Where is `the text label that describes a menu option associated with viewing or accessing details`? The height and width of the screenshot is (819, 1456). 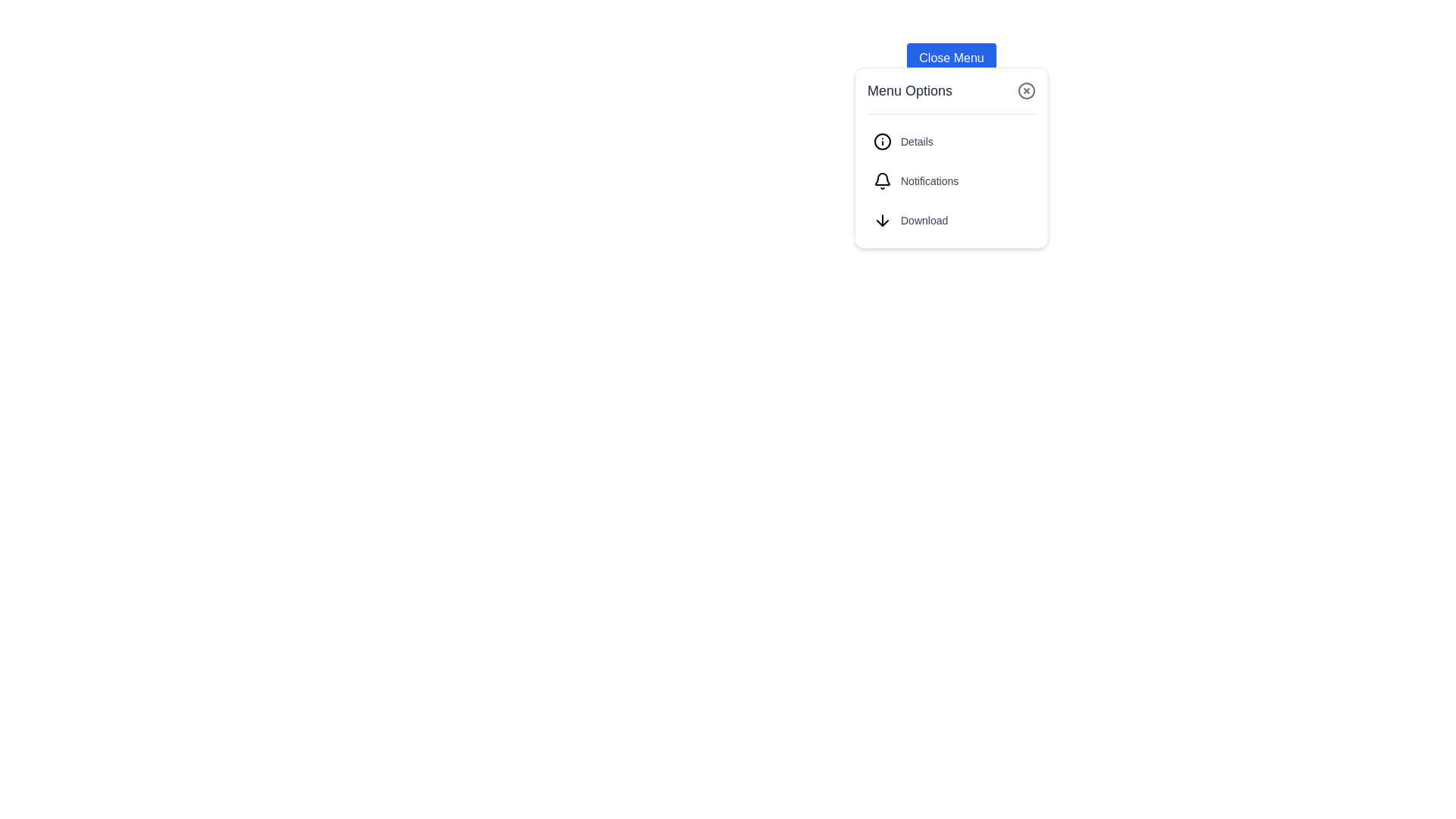 the text label that describes a menu option associated with viewing or accessing details is located at coordinates (916, 141).